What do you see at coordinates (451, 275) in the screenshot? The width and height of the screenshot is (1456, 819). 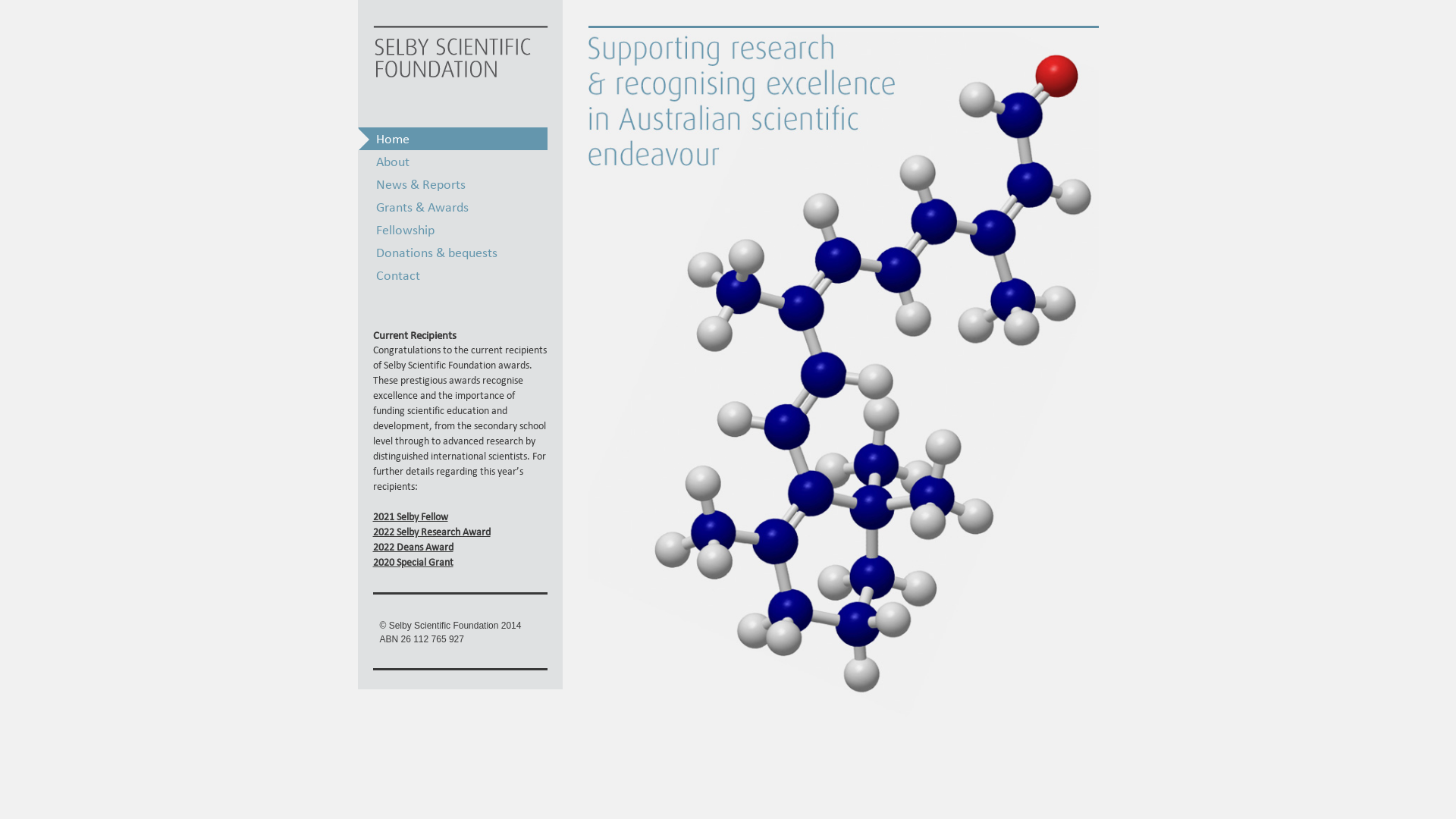 I see `'Contact'` at bounding box center [451, 275].